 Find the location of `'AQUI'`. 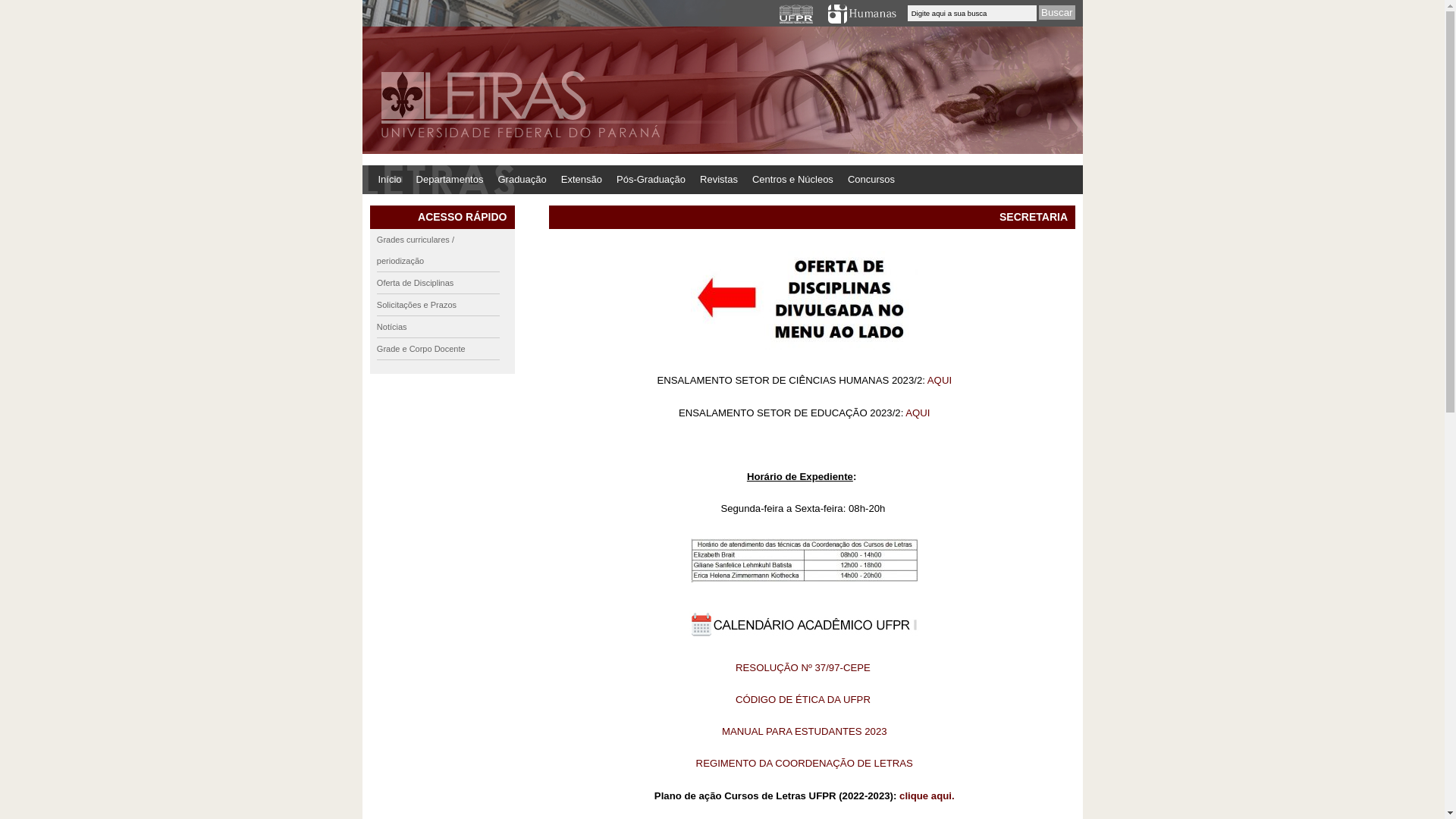

'AQUI' is located at coordinates (916, 412).